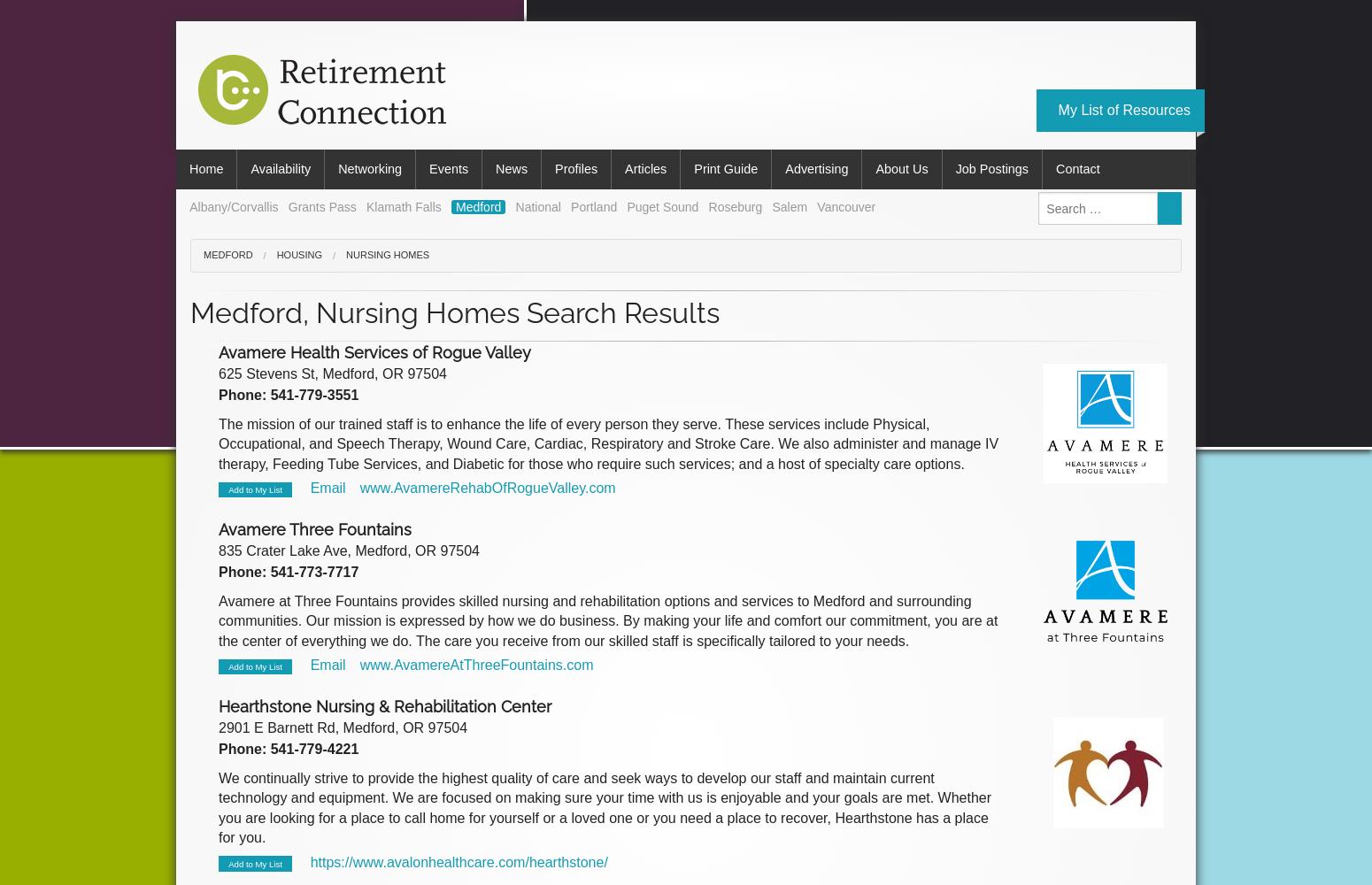  Describe the element at coordinates (331, 373) in the screenshot. I see `'625 Stevens St, Medford, OR 97504'` at that location.